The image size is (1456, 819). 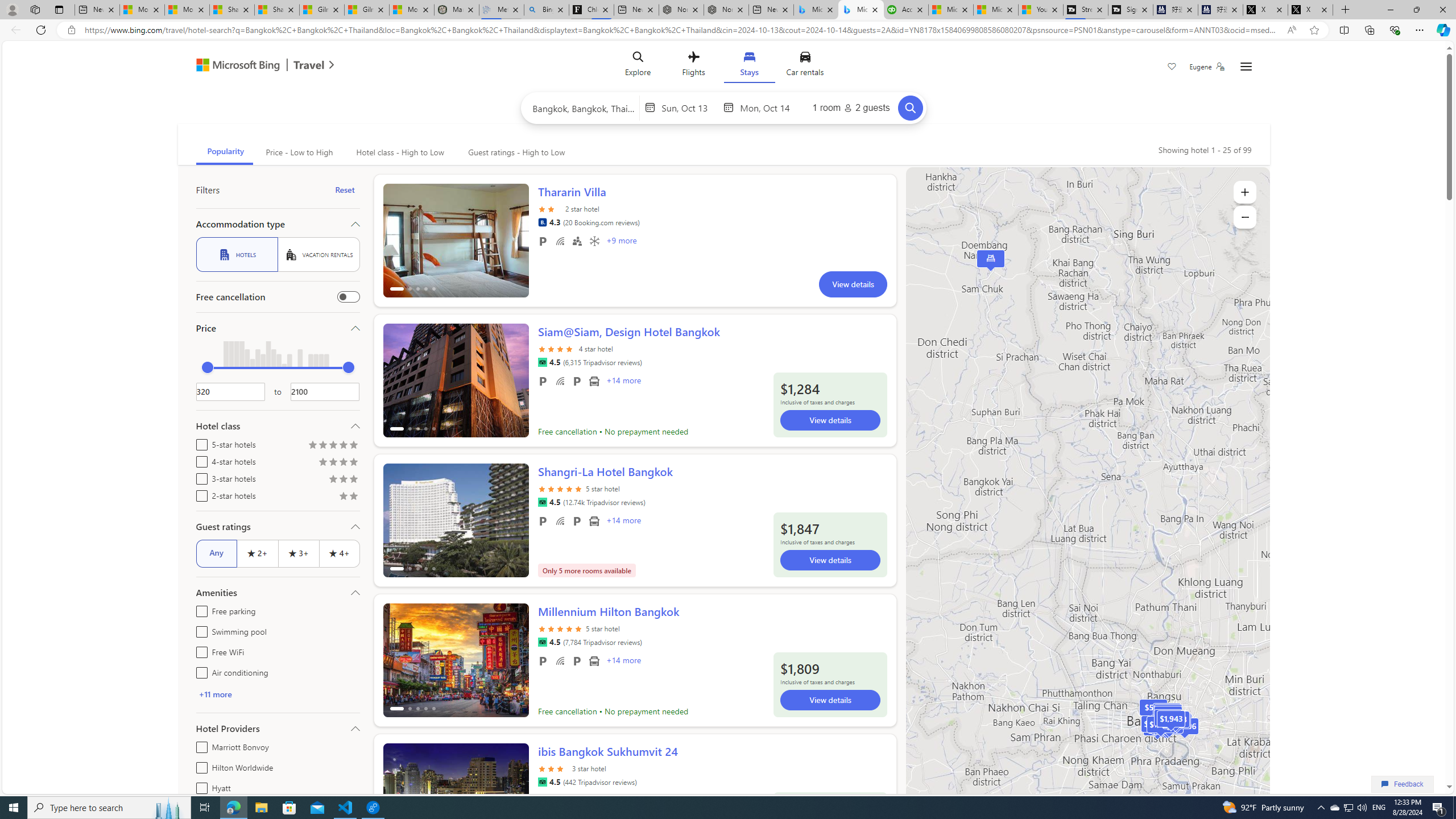 What do you see at coordinates (1244, 192) in the screenshot?
I see `'Zoom in'` at bounding box center [1244, 192].